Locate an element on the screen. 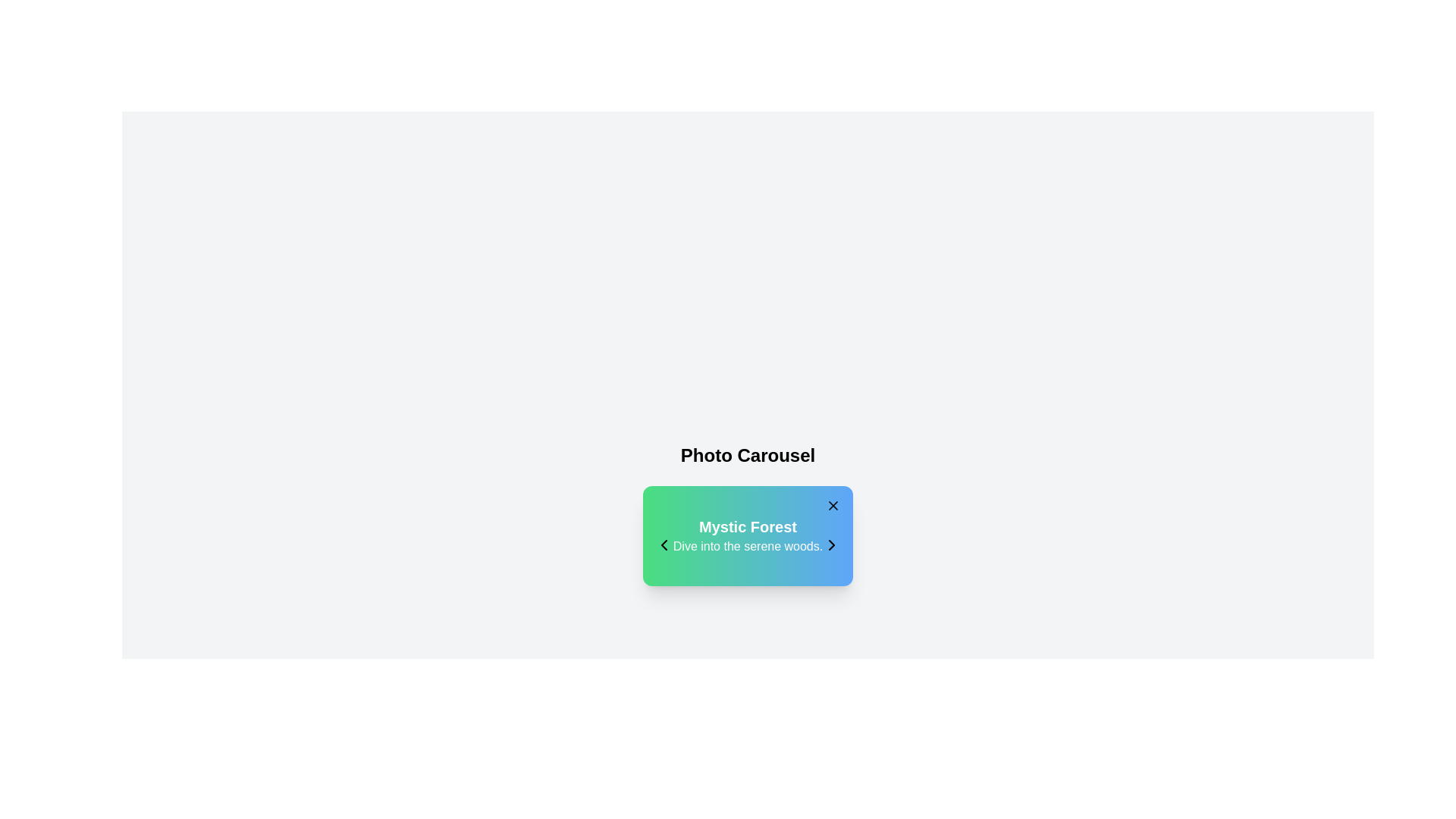  the close button located at the top-right corner of the card displaying the text 'Mystic Forest' is located at coordinates (833, 506).